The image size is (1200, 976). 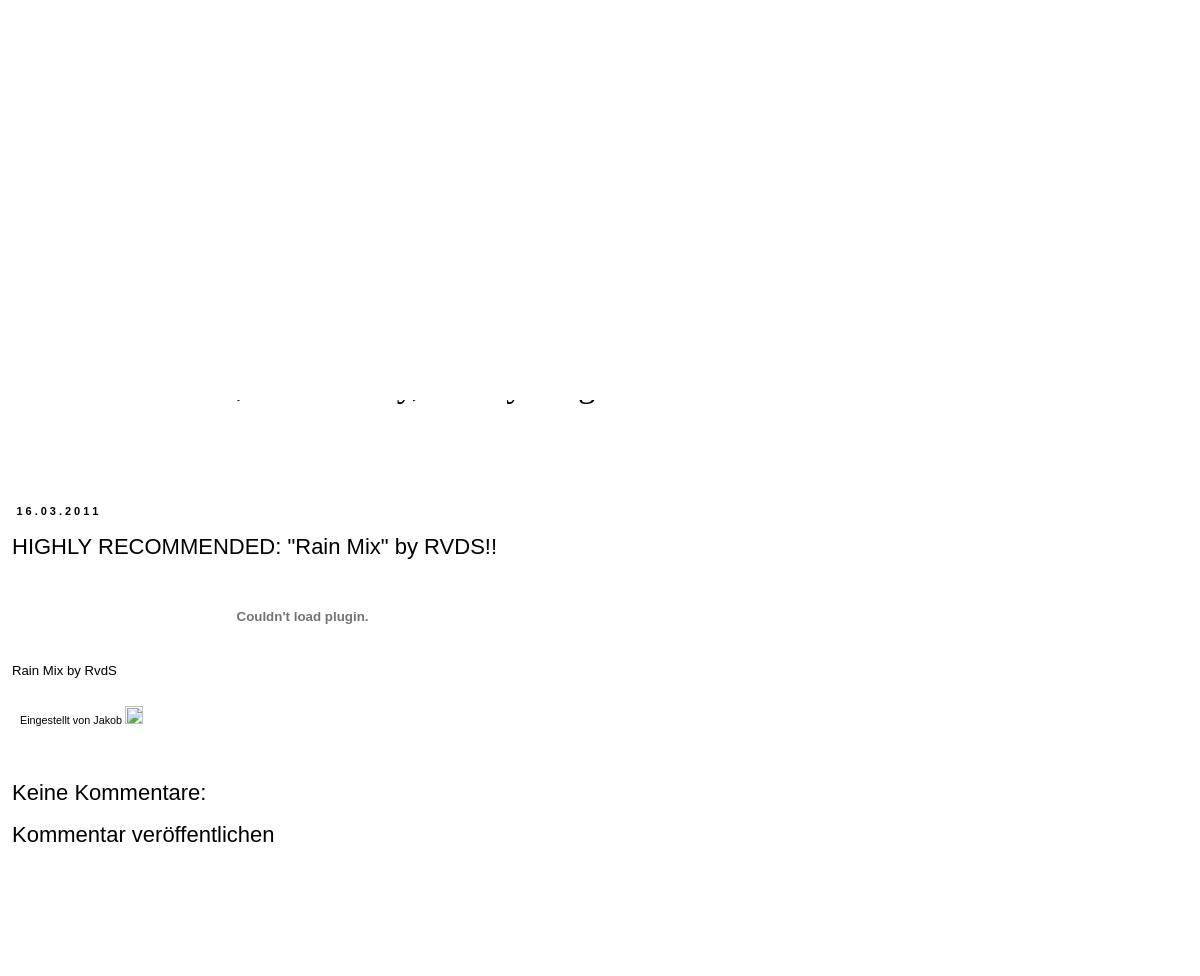 I want to click on '16.03.2011', so click(x=58, y=511).